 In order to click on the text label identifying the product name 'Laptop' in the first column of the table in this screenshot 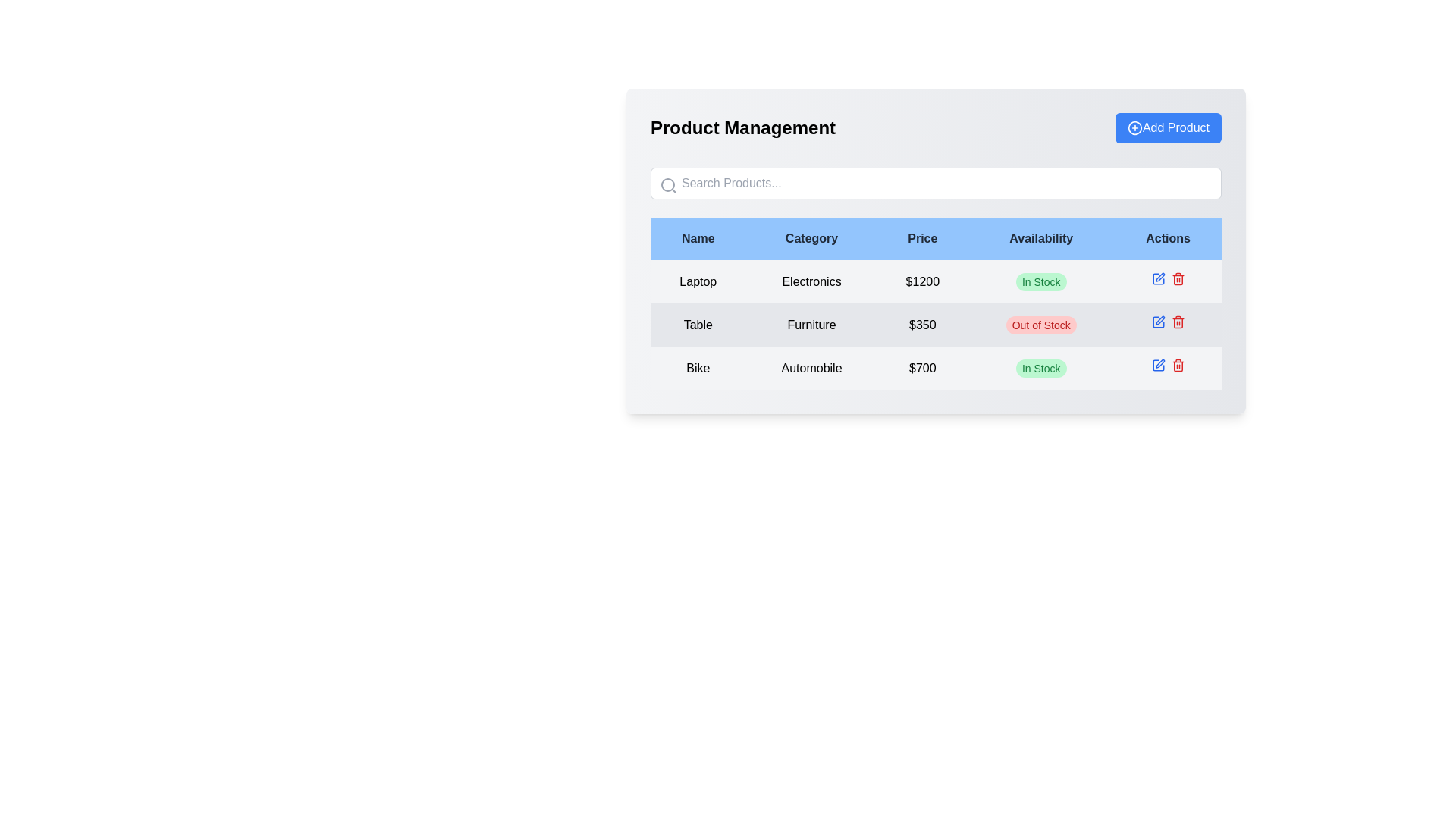, I will do `click(697, 281)`.